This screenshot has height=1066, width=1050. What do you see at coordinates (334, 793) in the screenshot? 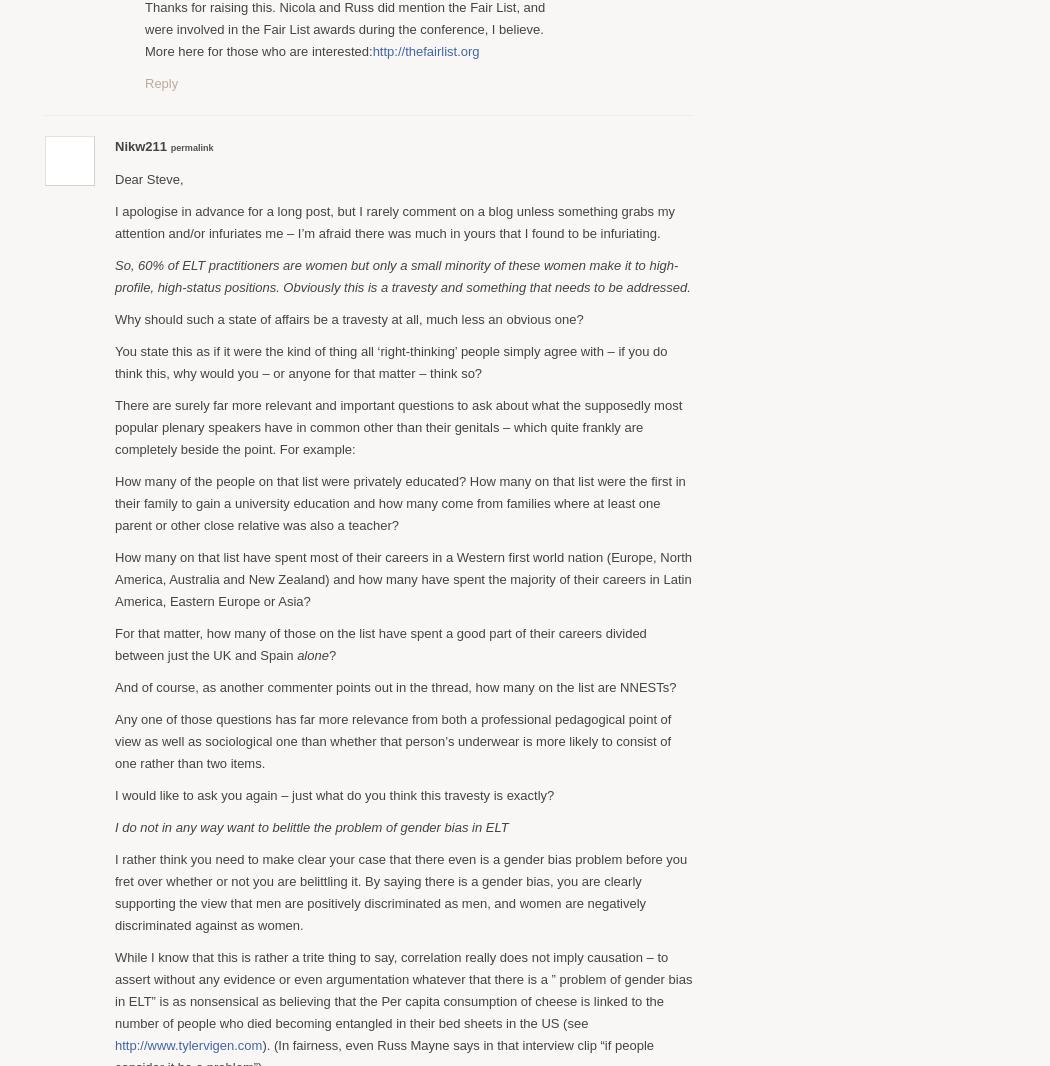
I see `'I would like to ask you again – just what do you think this travesty is exactly?'` at bounding box center [334, 793].